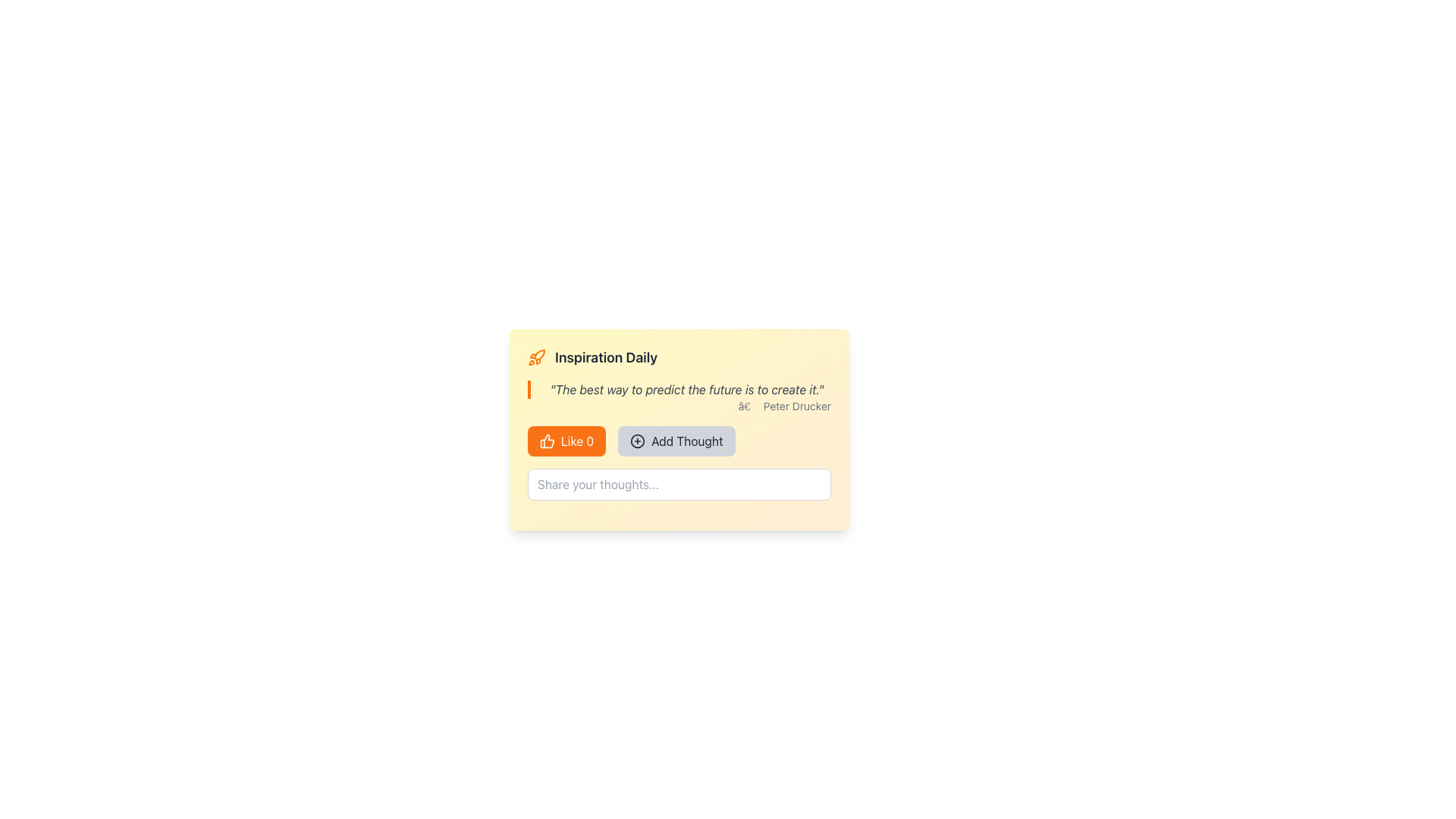  What do you see at coordinates (566, 441) in the screenshot?
I see `the 'Like' button located at the bottom section of the 'Inspiration Daily' card, positioned to the left of the 'Add Thought' button, to express approval or interest` at bounding box center [566, 441].